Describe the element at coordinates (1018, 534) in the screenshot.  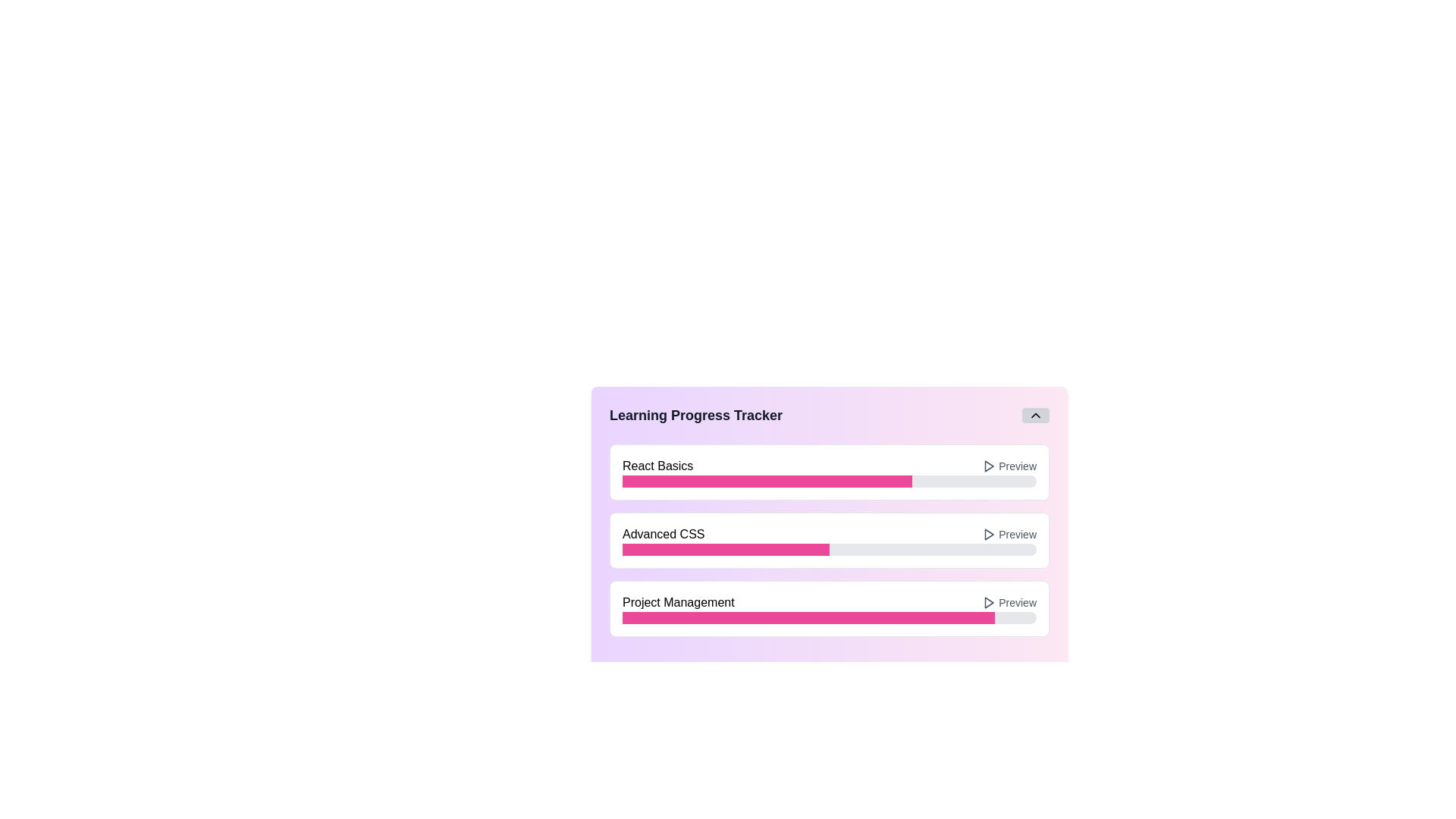
I see `the 'Preview' text label, which is gray and aligned to the right of the horizontal progress bar in the second row of the progress tracker` at that location.